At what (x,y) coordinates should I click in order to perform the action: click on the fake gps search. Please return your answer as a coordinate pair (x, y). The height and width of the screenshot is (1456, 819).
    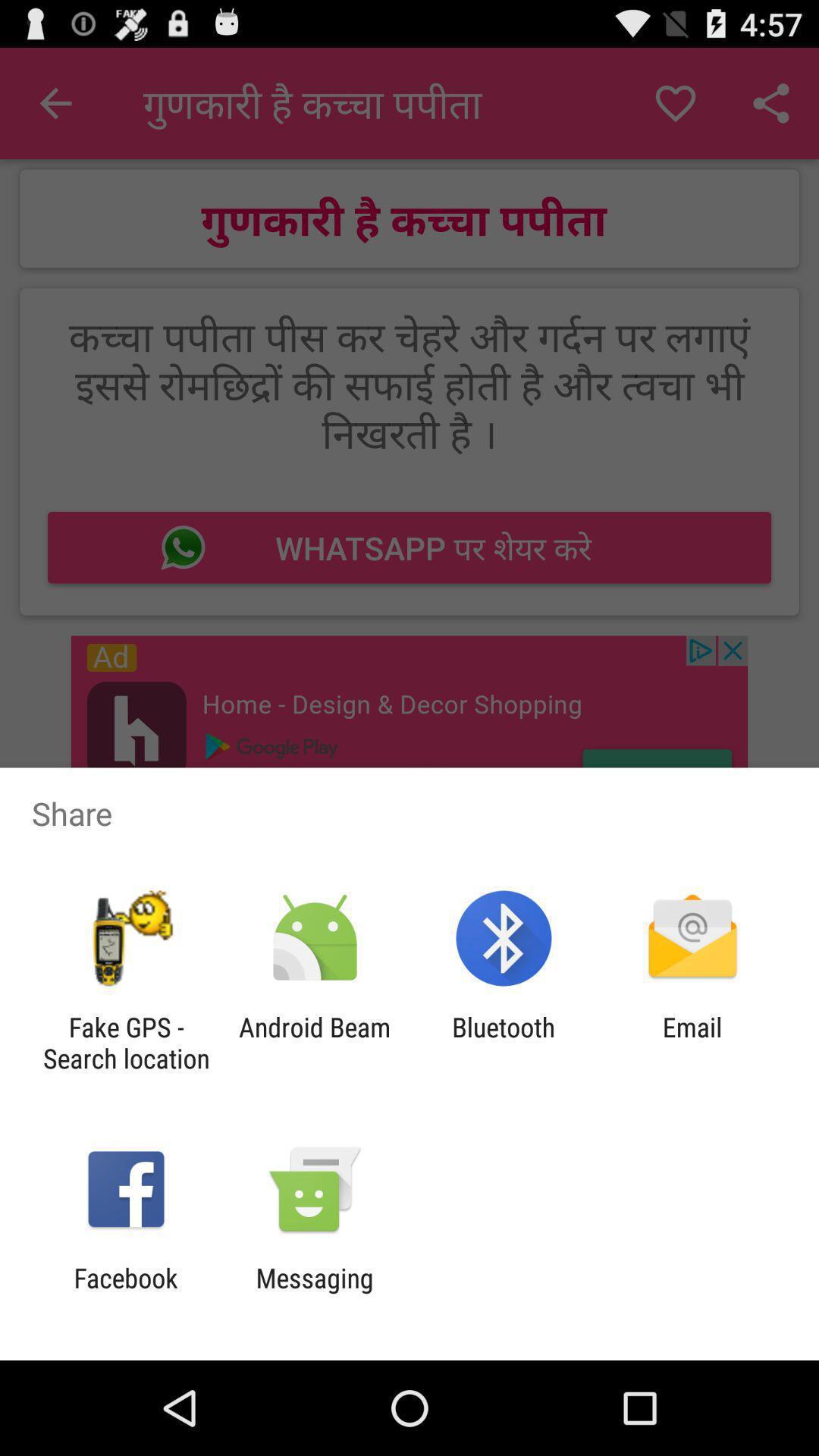
    Looking at the image, I should click on (125, 1042).